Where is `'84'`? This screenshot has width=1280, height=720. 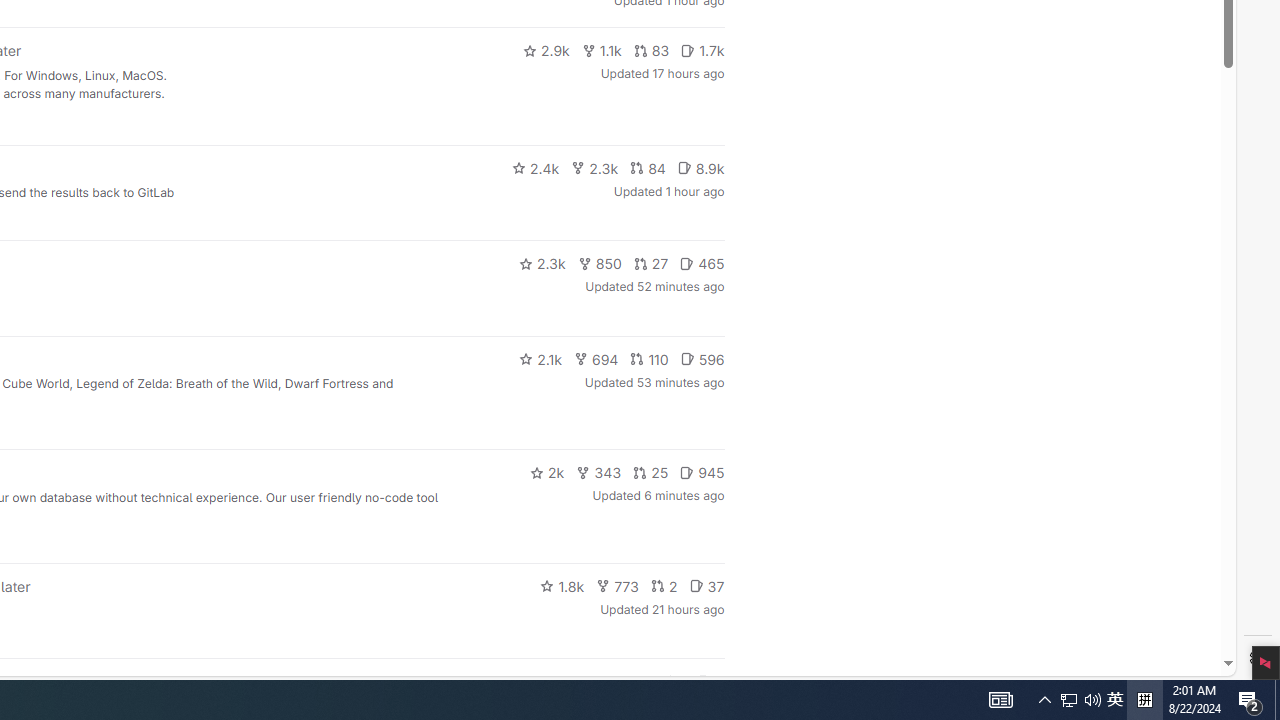 '84' is located at coordinates (647, 167).